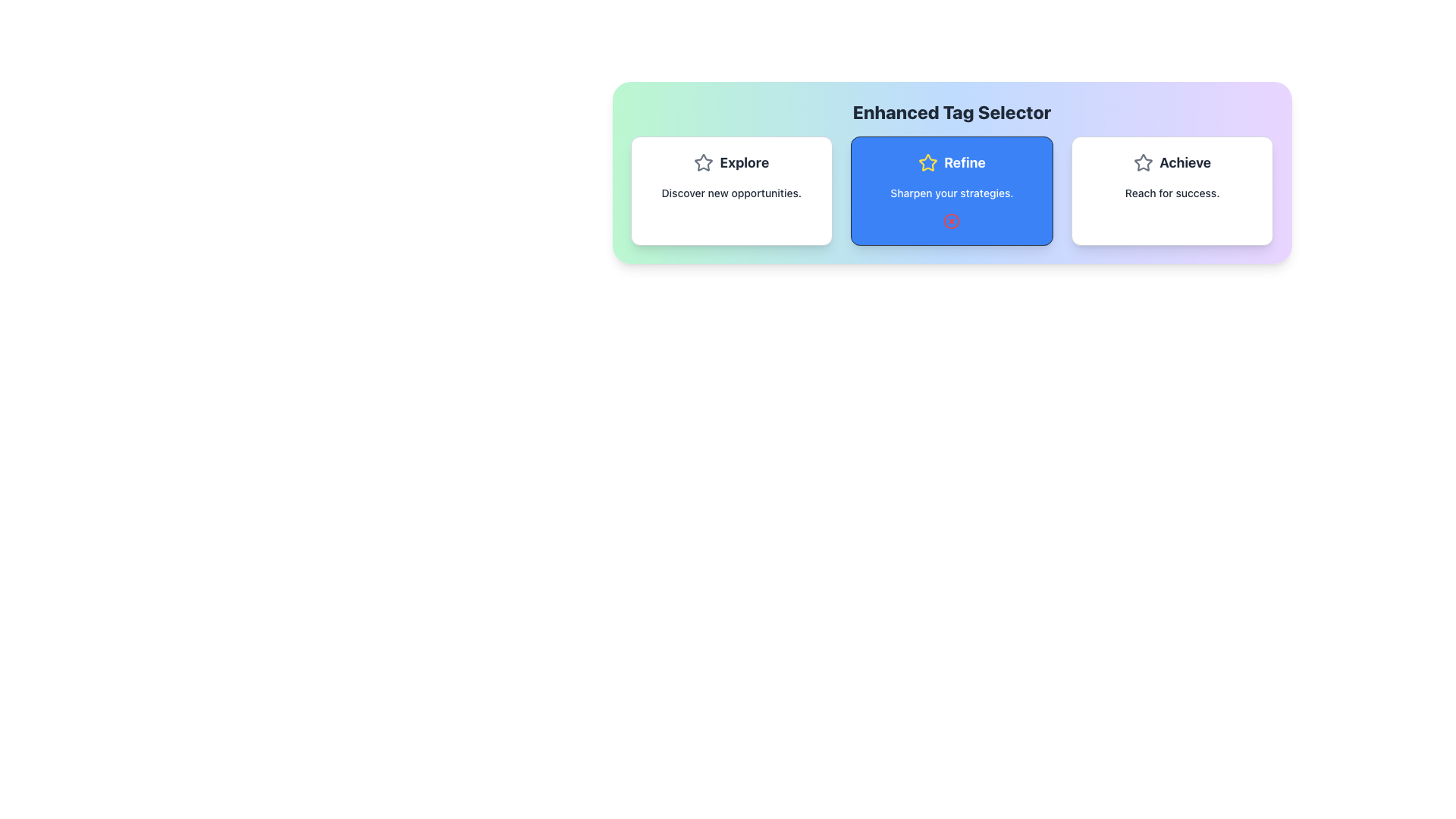 The height and width of the screenshot is (819, 1456). What do you see at coordinates (964, 163) in the screenshot?
I see `the Text Label that describes the center button in the Enhanced Tag Selector, which is accompanied by a yellow star icon` at bounding box center [964, 163].